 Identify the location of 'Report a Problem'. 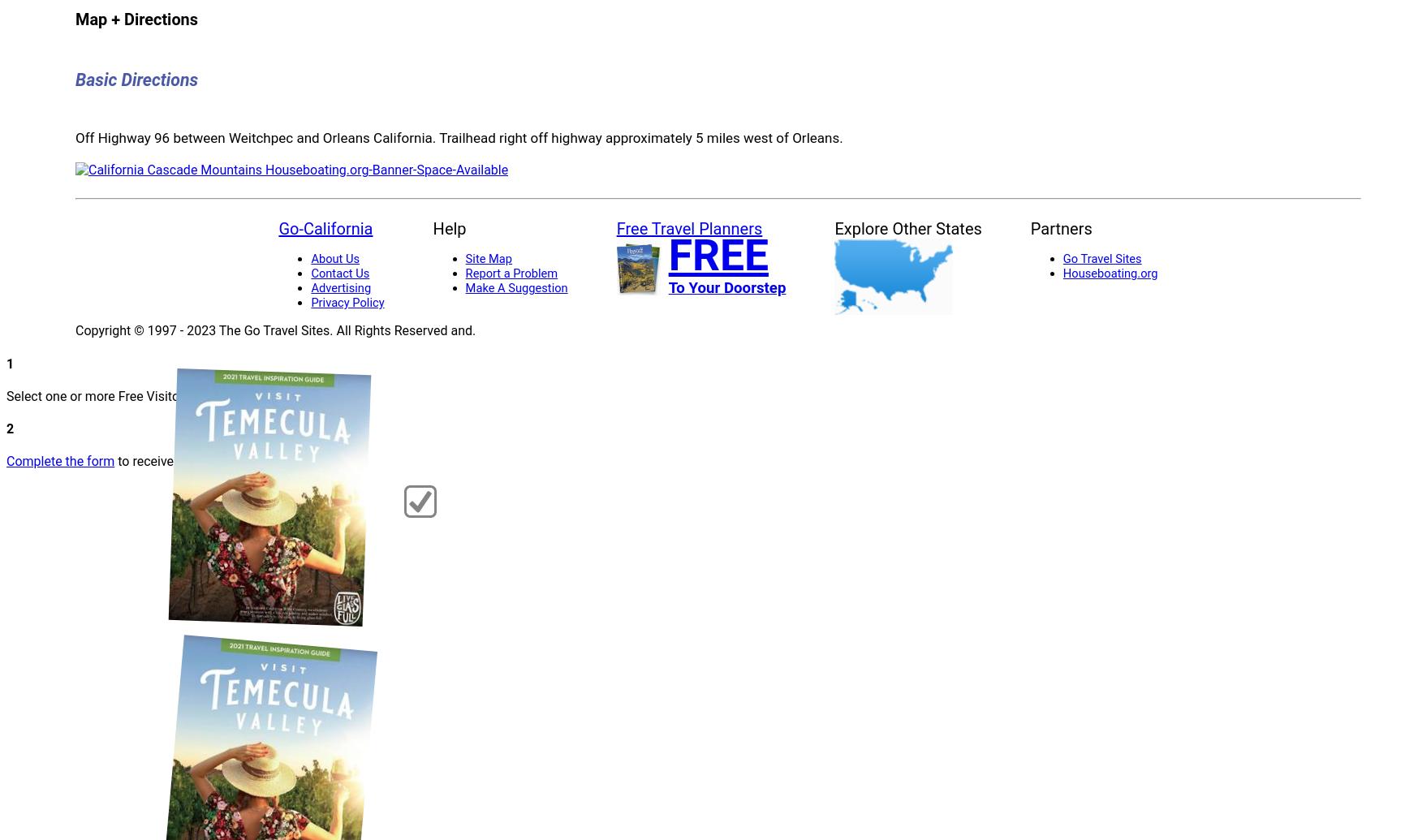
(465, 273).